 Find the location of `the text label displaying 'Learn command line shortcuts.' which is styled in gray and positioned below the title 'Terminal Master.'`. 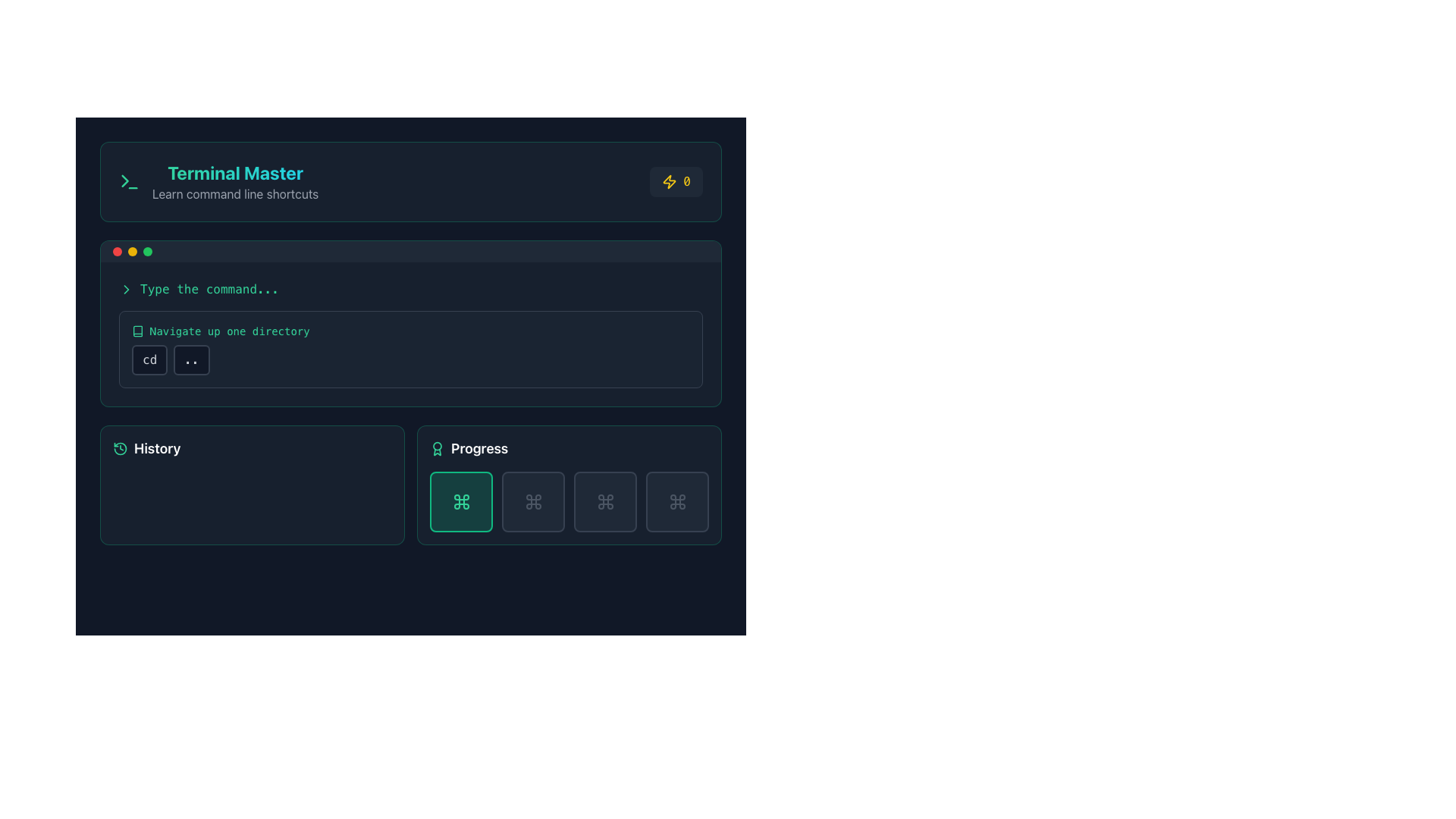

the text label displaying 'Learn command line shortcuts.' which is styled in gray and positioned below the title 'Terminal Master.' is located at coordinates (234, 193).